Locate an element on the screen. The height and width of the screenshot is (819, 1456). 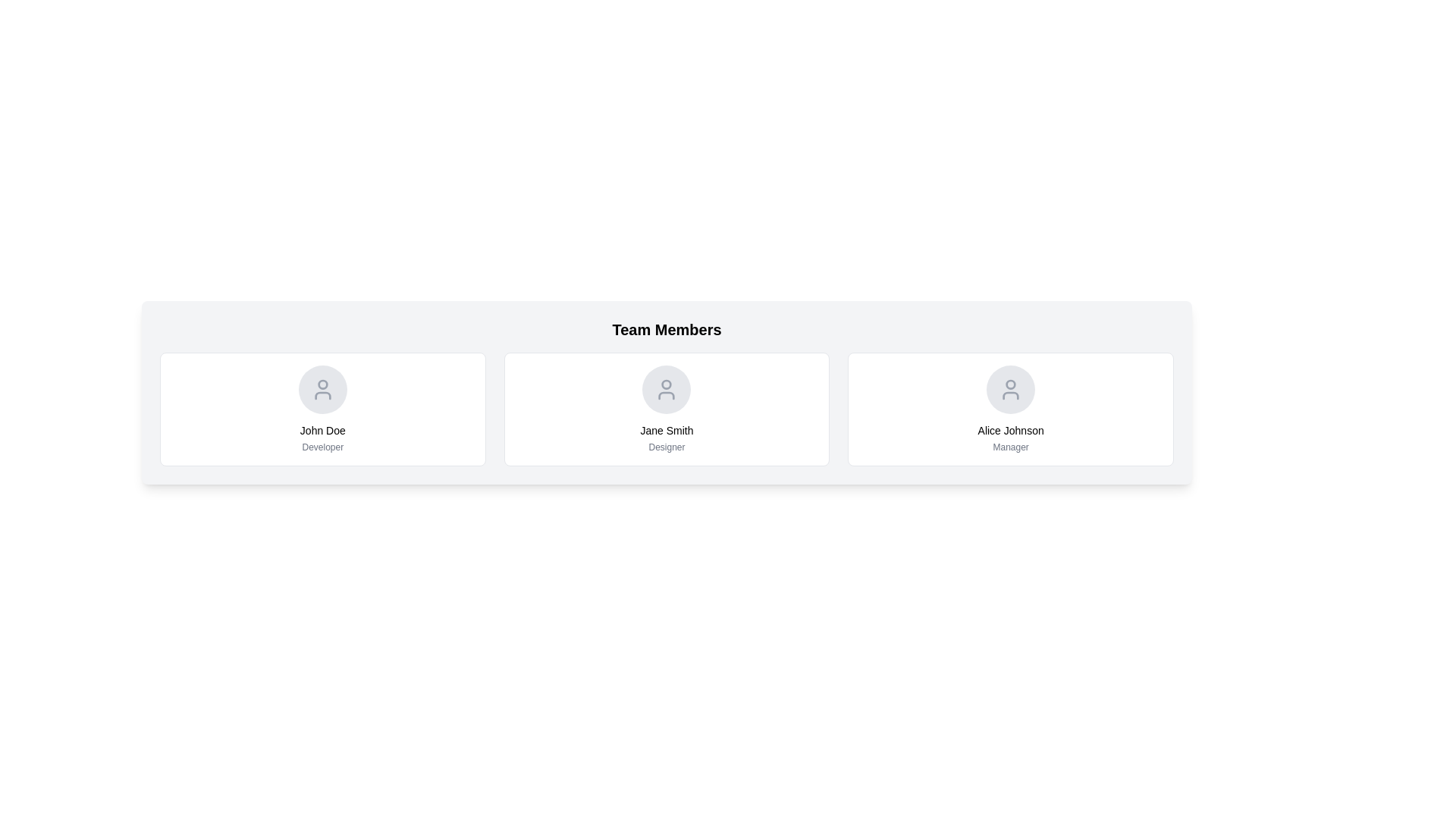
the circular badge or status indicator located on the head portion of the user profile icon for Alice Johnson is located at coordinates (1011, 384).